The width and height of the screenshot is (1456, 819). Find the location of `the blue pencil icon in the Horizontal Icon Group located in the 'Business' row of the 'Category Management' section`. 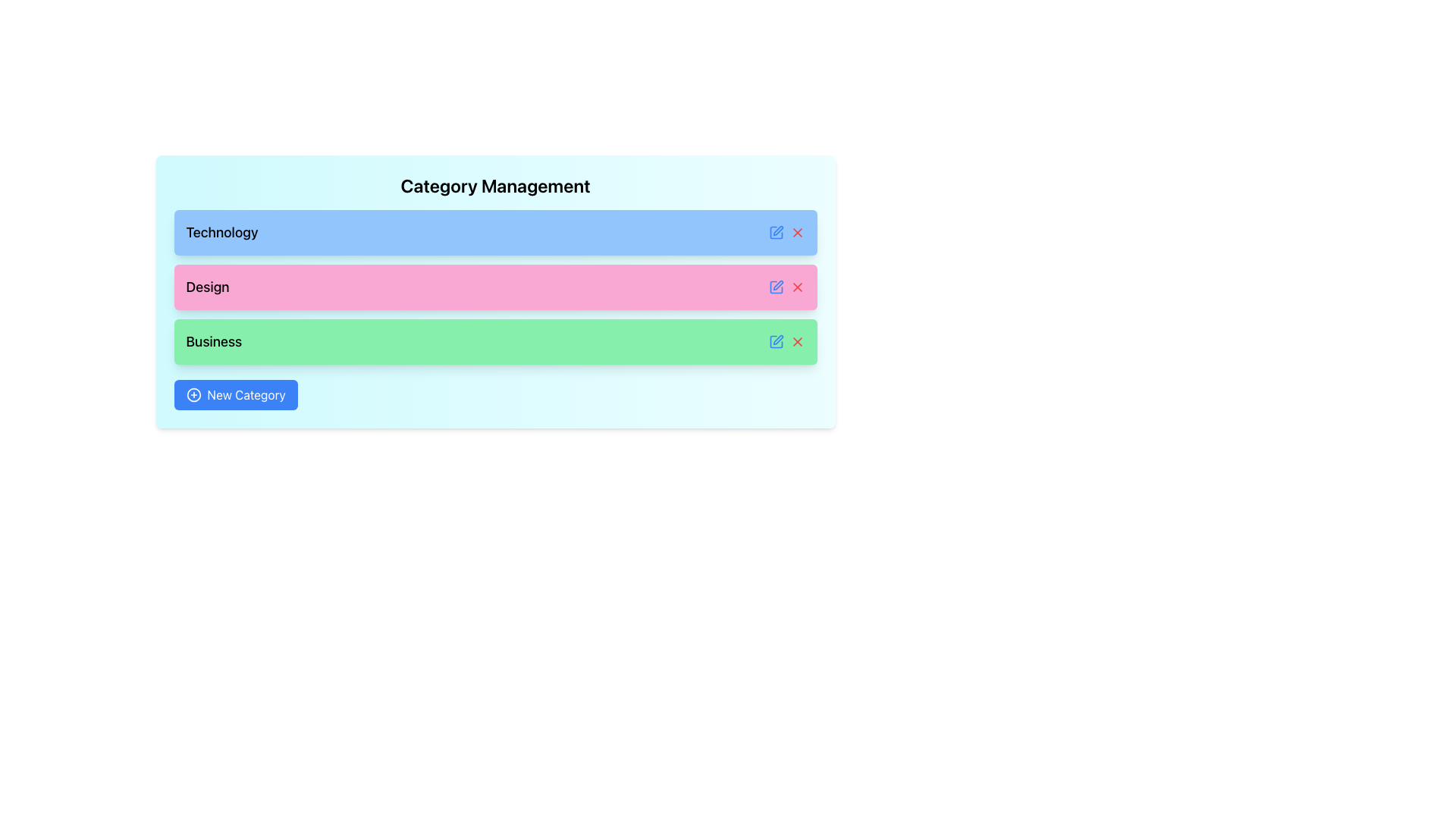

the blue pencil icon in the Horizontal Icon Group located in the 'Business' row of the 'Category Management' section is located at coordinates (786, 342).